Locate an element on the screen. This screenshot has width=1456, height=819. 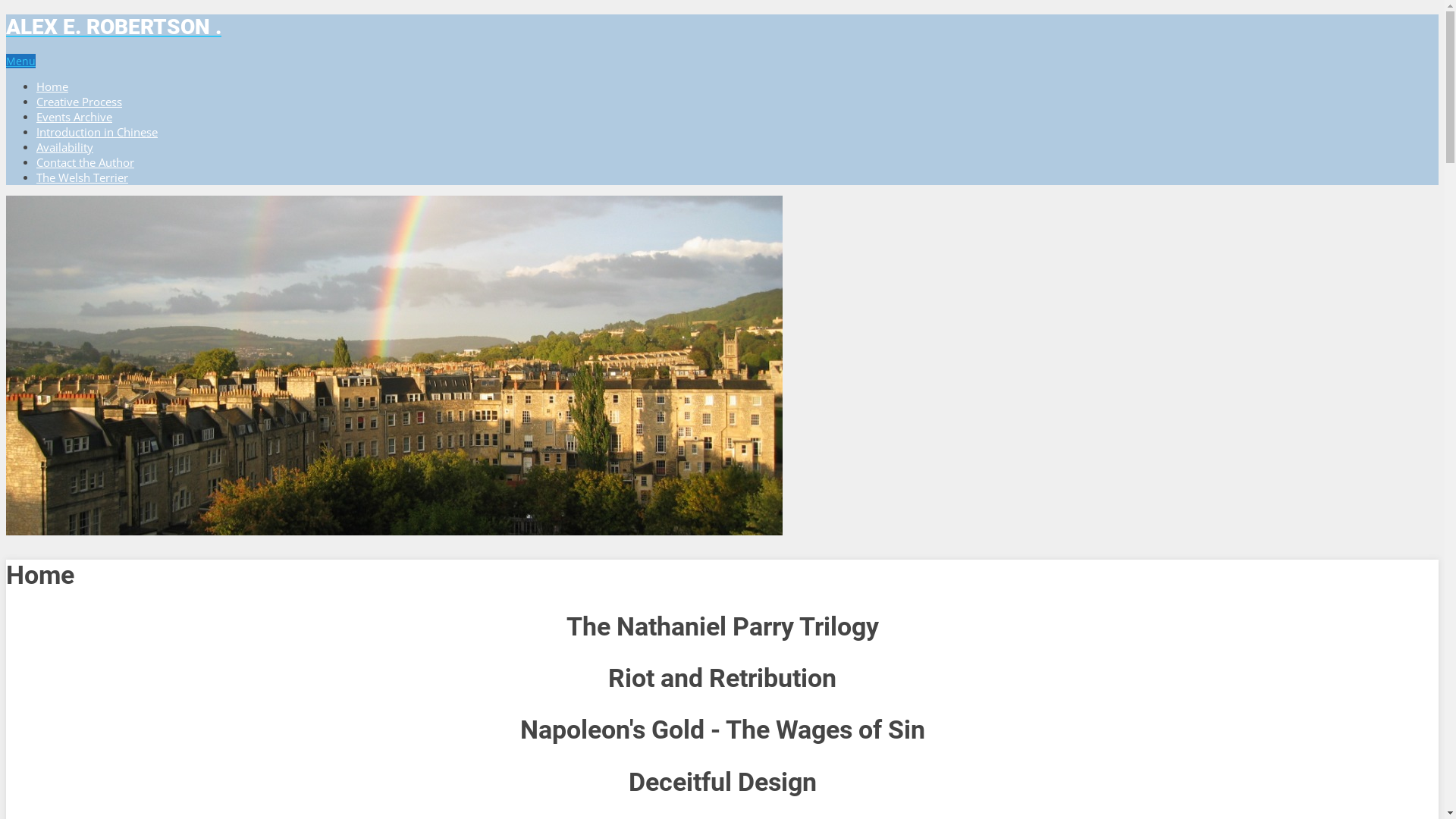
'Contact the Author' is located at coordinates (84, 162).